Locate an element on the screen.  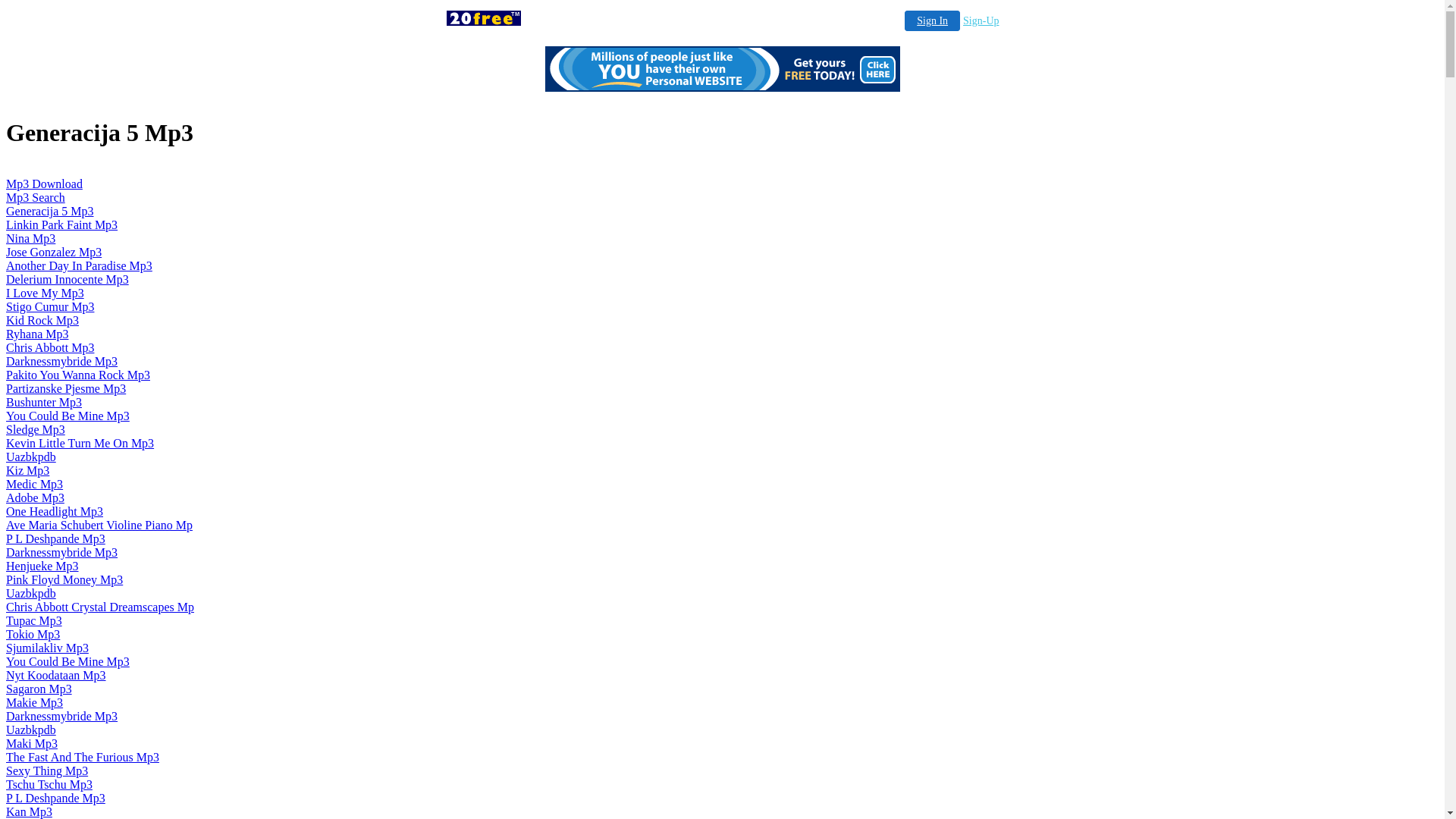
'Ave Maria Schubert Violine Piano Mp' is located at coordinates (98, 524).